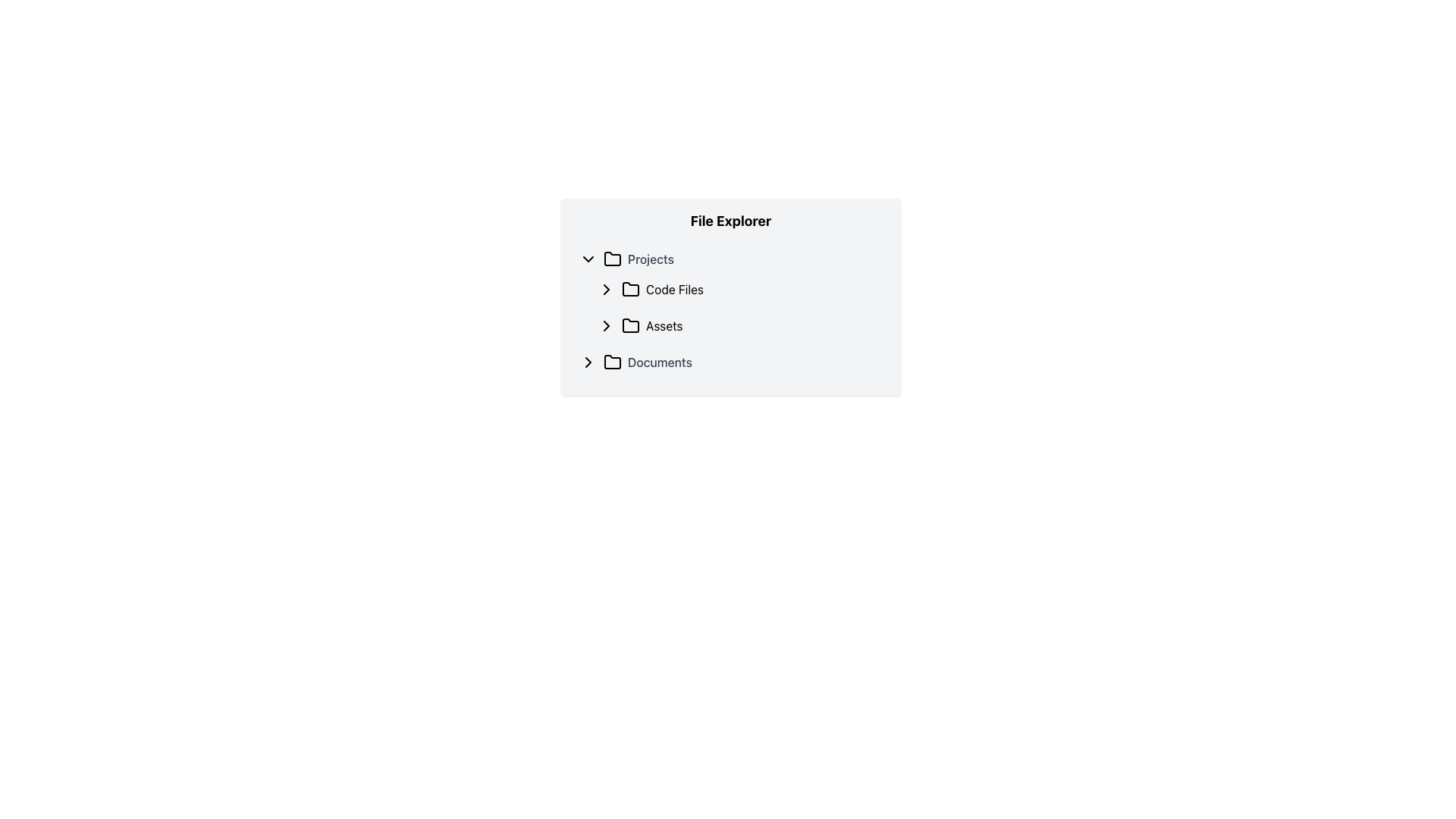 Image resolution: width=1456 pixels, height=819 pixels. Describe the element at coordinates (612, 362) in the screenshot. I see `the folder icon located in the fourth row of the File Explorer under the 'Documents' folder, positioned to the left of the 'Documents' text label and to the right of the chevron icon` at that location.